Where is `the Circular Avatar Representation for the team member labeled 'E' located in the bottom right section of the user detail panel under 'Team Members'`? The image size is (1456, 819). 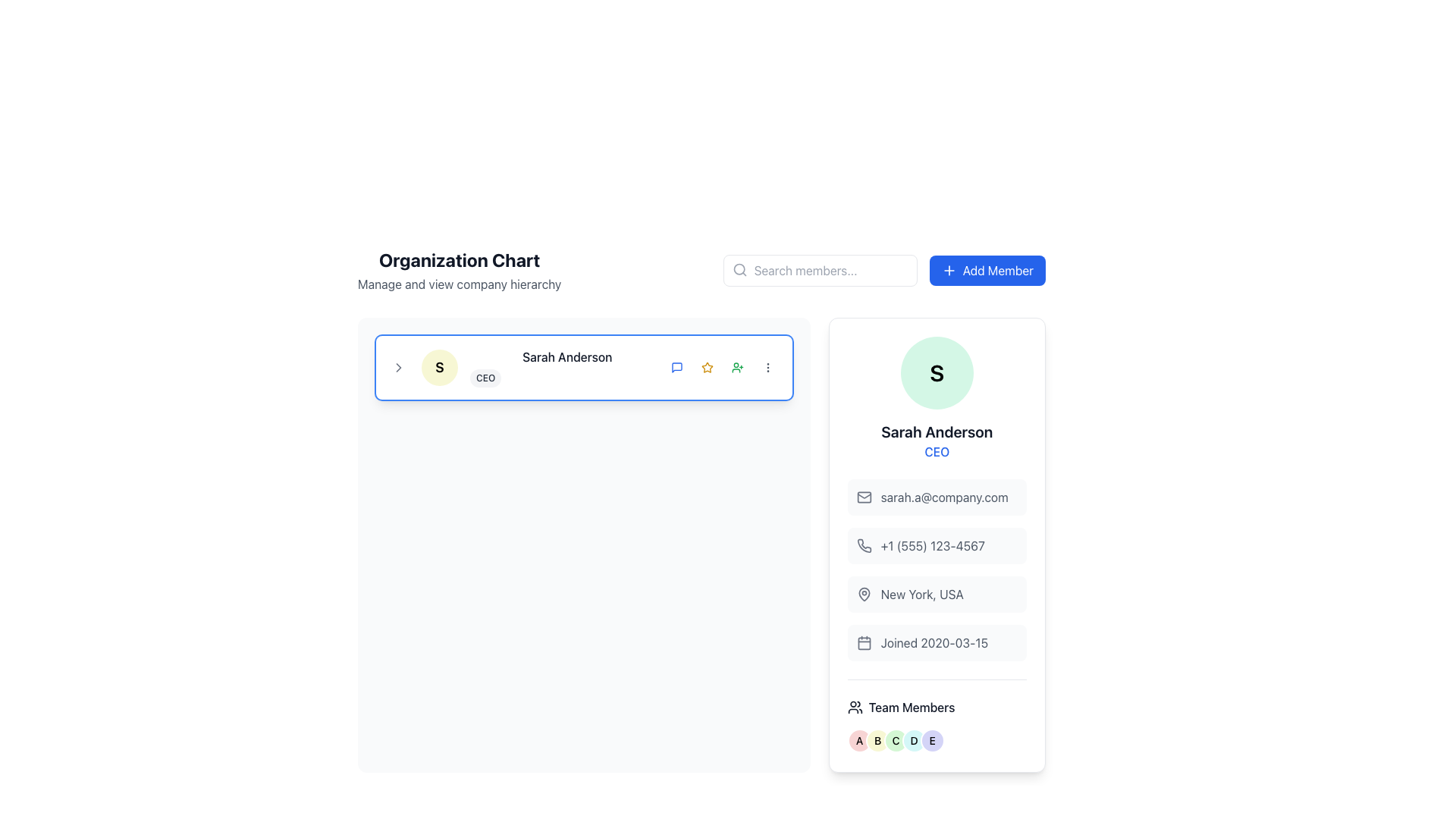 the Circular Avatar Representation for the team member labeled 'E' located in the bottom right section of the user detail panel under 'Team Members' is located at coordinates (936, 739).